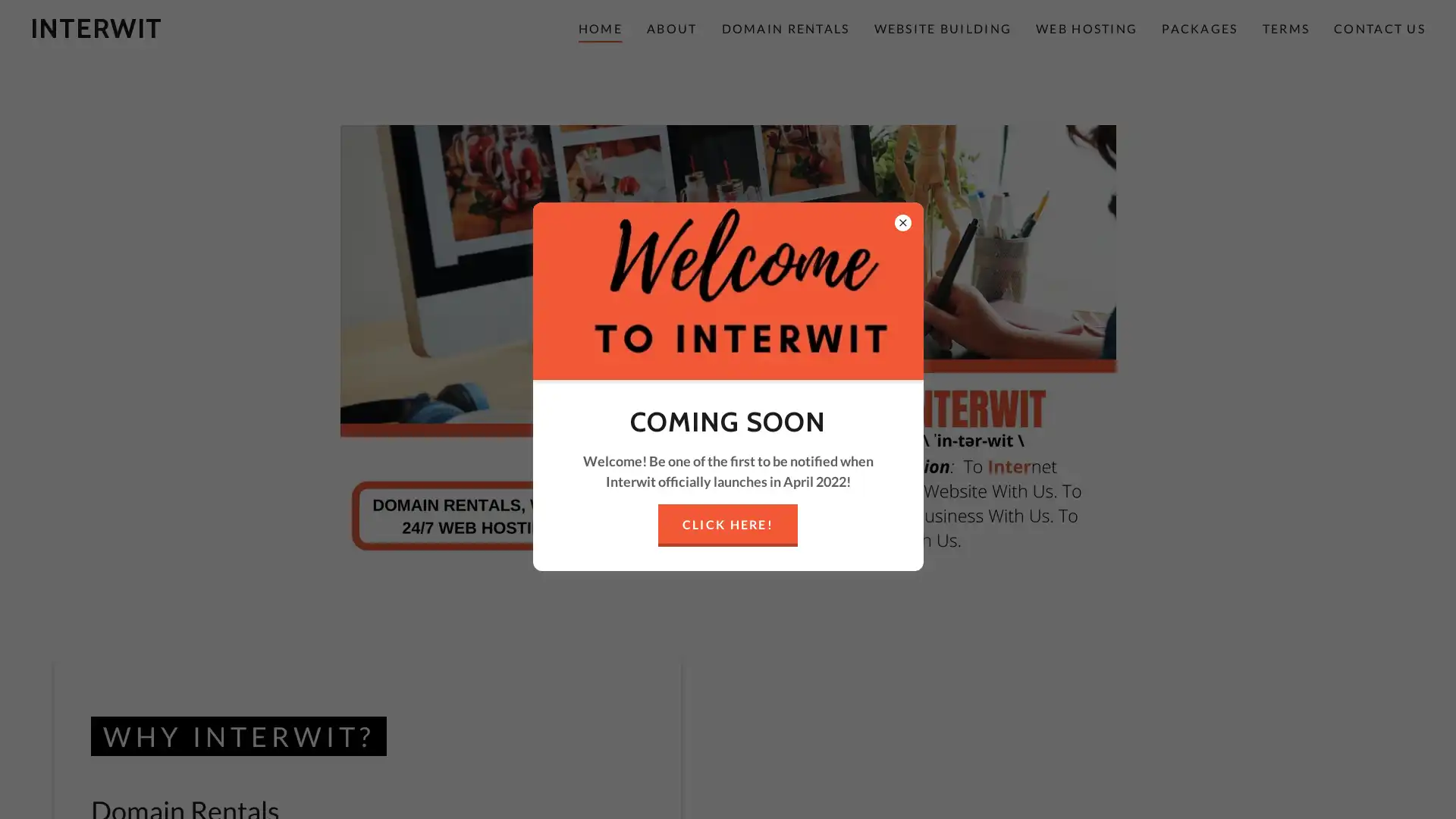 Image resolution: width=1456 pixels, height=819 pixels. What do you see at coordinates (1416, 780) in the screenshot?
I see `Chat widget toggle` at bounding box center [1416, 780].